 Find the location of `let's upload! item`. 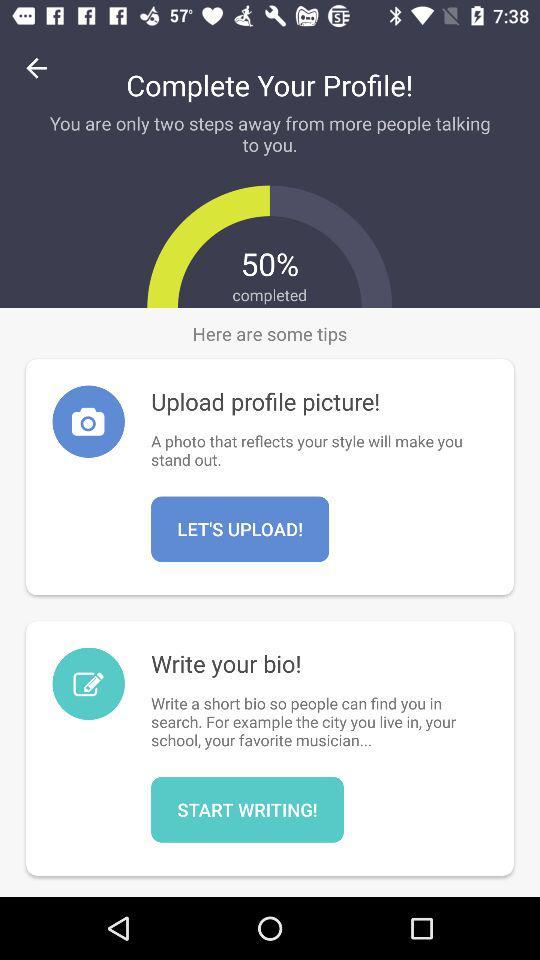

let's upload! item is located at coordinates (240, 528).